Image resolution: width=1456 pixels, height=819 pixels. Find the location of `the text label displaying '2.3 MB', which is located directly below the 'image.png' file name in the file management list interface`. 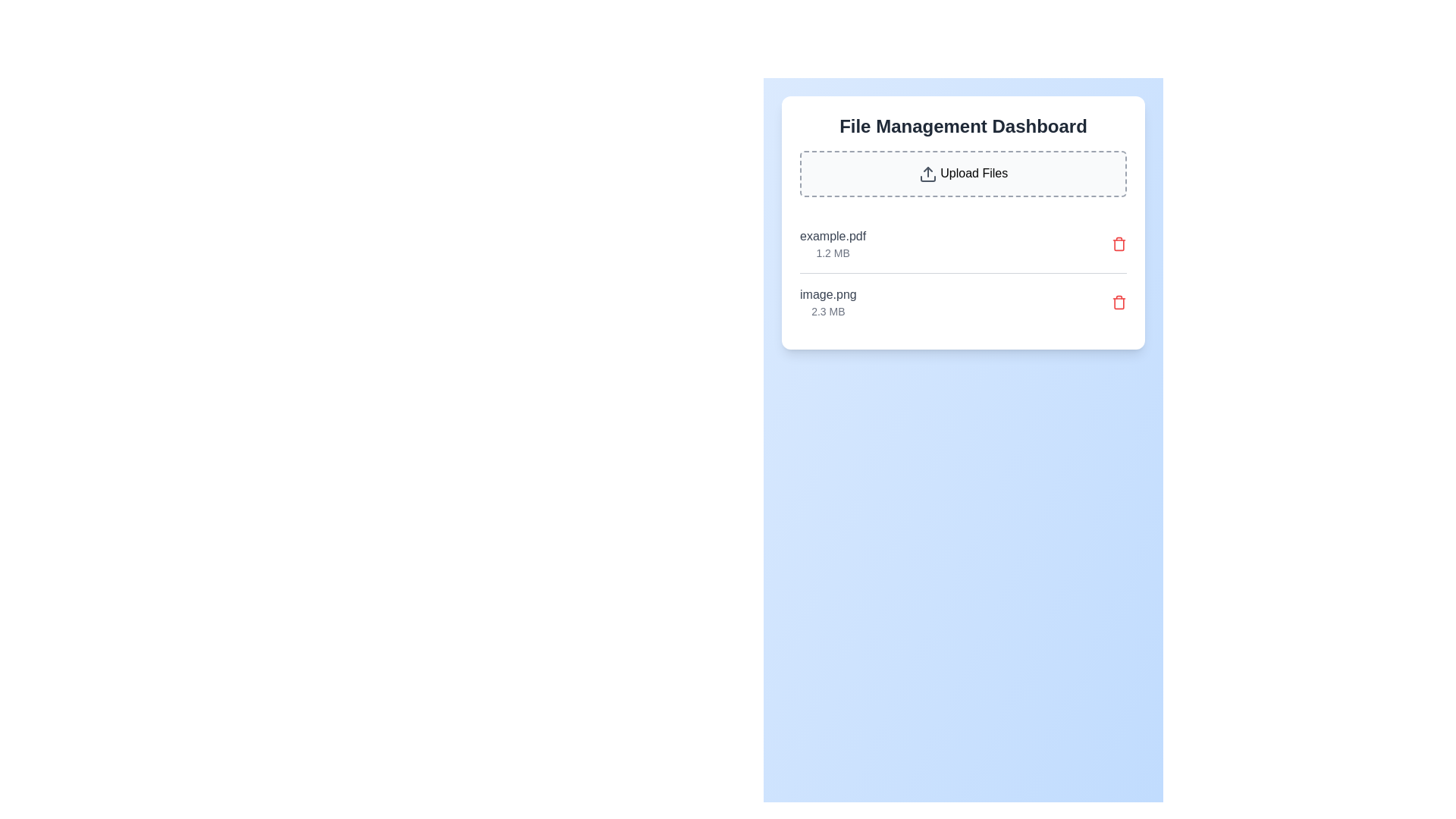

the text label displaying '2.3 MB', which is located directly below the 'image.png' file name in the file management list interface is located at coordinates (827, 310).